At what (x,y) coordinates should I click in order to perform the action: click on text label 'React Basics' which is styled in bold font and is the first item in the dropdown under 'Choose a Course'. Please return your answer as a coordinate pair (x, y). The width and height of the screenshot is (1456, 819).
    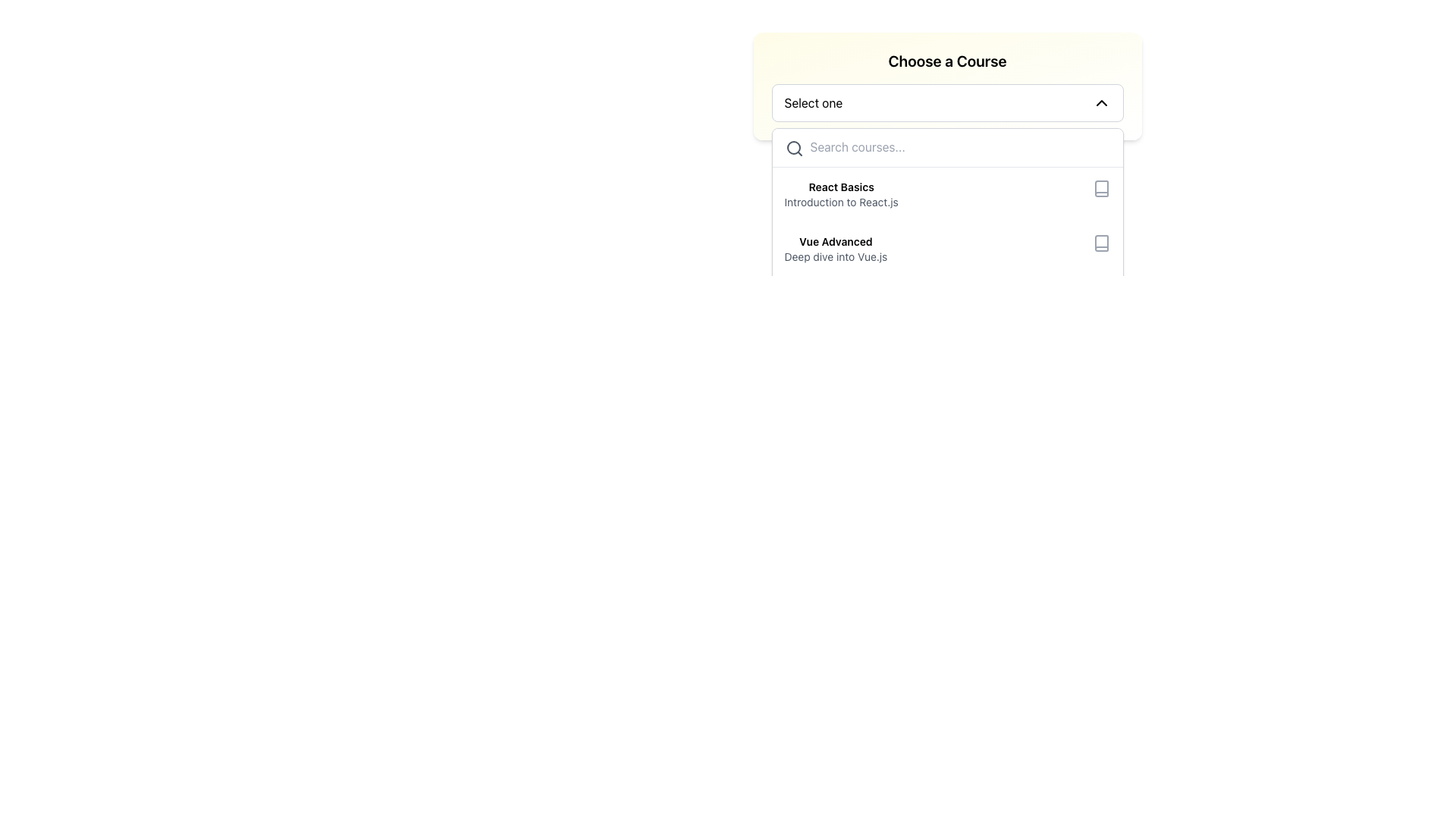
    Looking at the image, I should click on (840, 186).